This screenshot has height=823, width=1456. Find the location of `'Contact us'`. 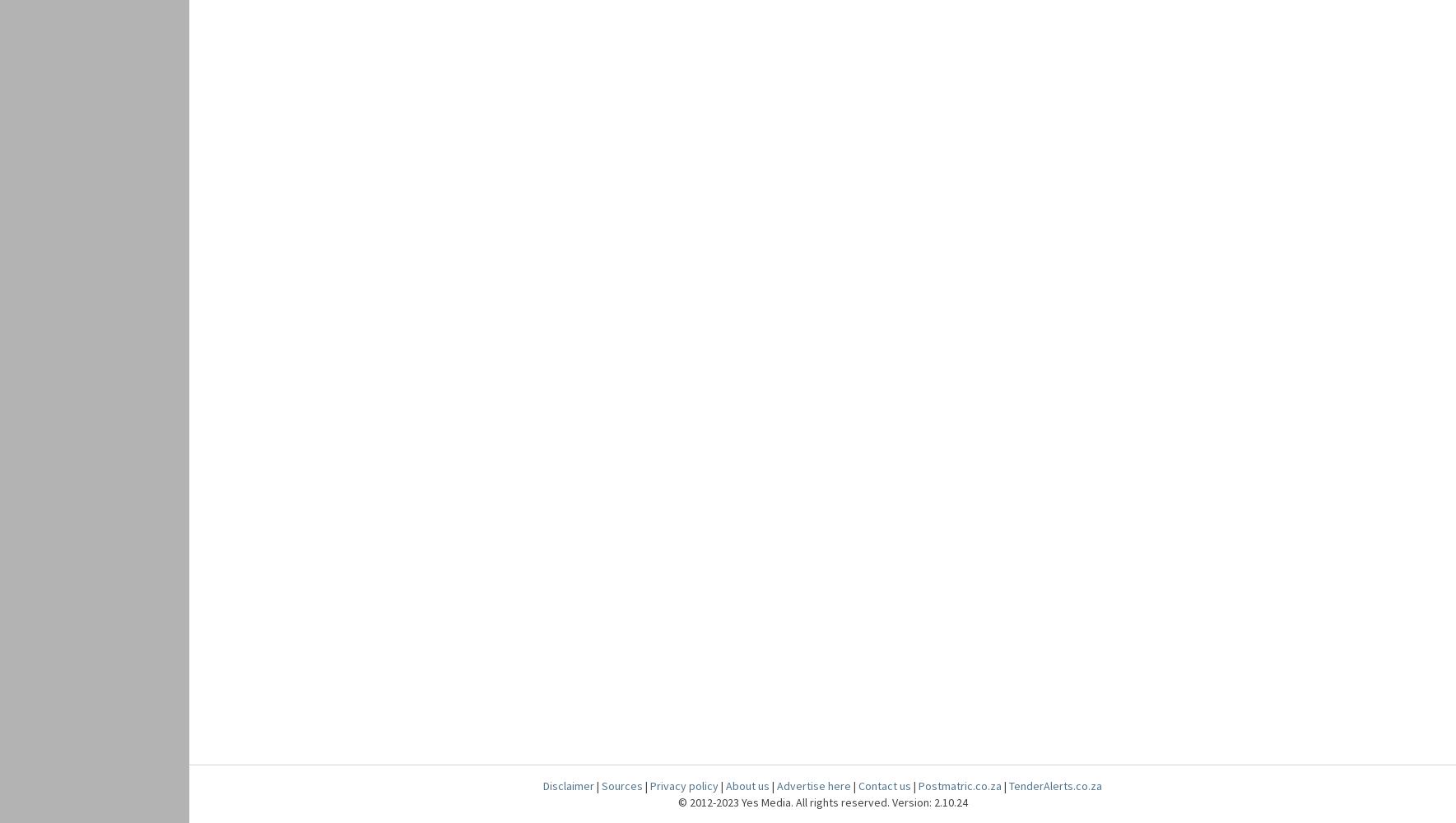

'Contact us' is located at coordinates (884, 785).